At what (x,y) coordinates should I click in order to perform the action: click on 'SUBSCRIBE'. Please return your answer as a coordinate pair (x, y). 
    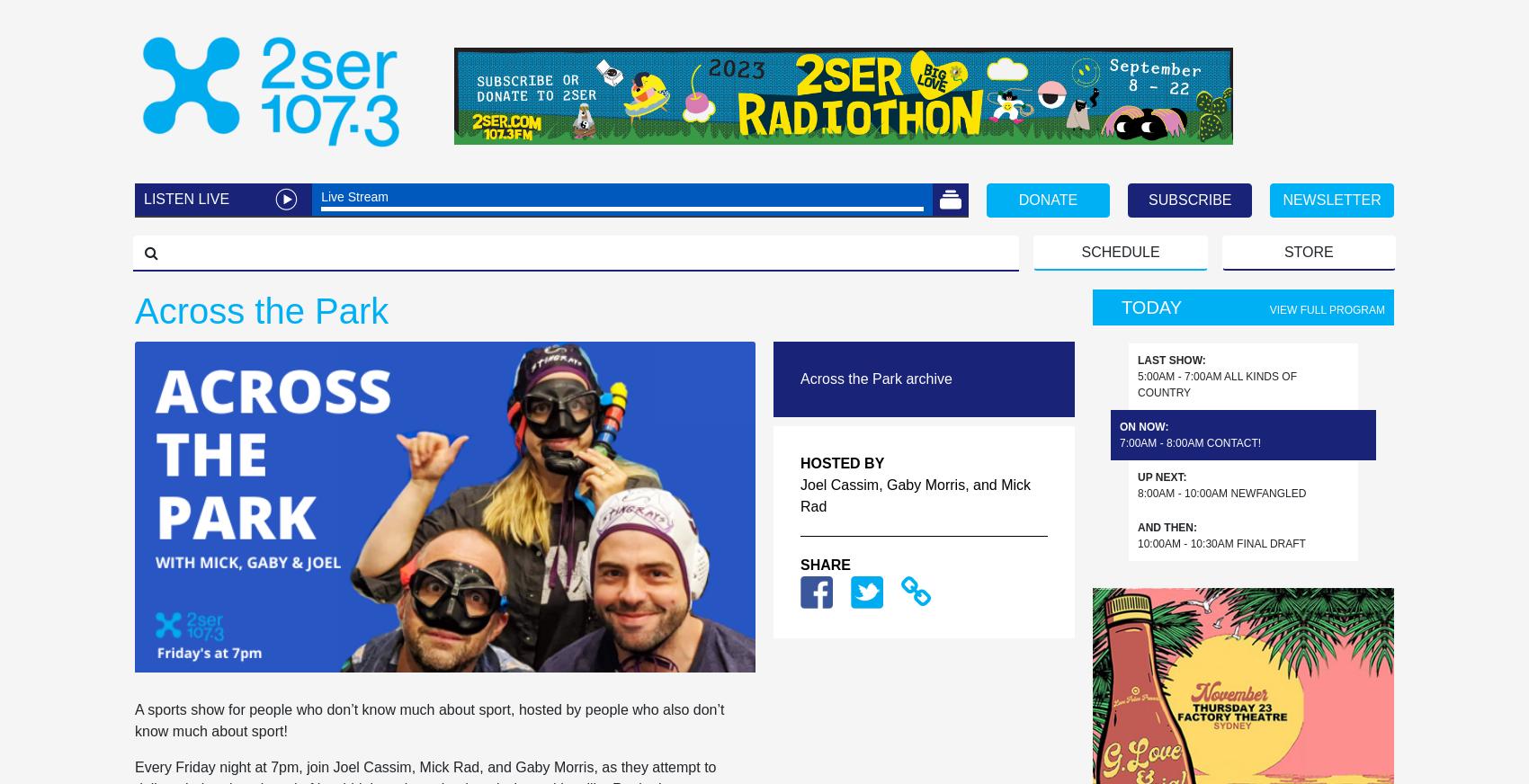
    Looking at the image, I should click on (1189, 198).